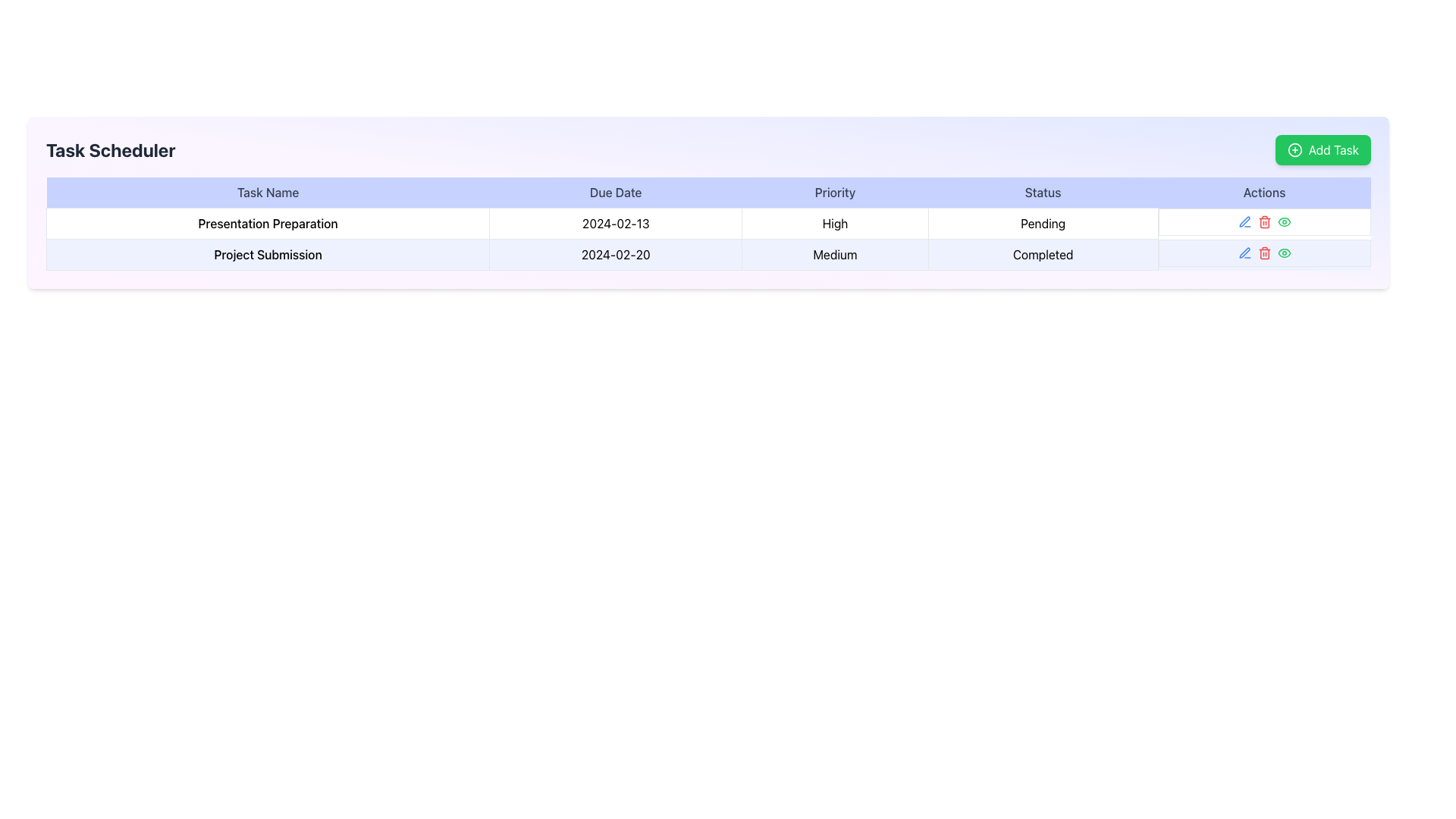  What do you see at coordinates (268, 223) in the screenshot?
I see `the table cell displaying the text 'Presentation Preparation' which is located under the 'Task Name' column in the first row of the table` at bounding box center [268, 223].